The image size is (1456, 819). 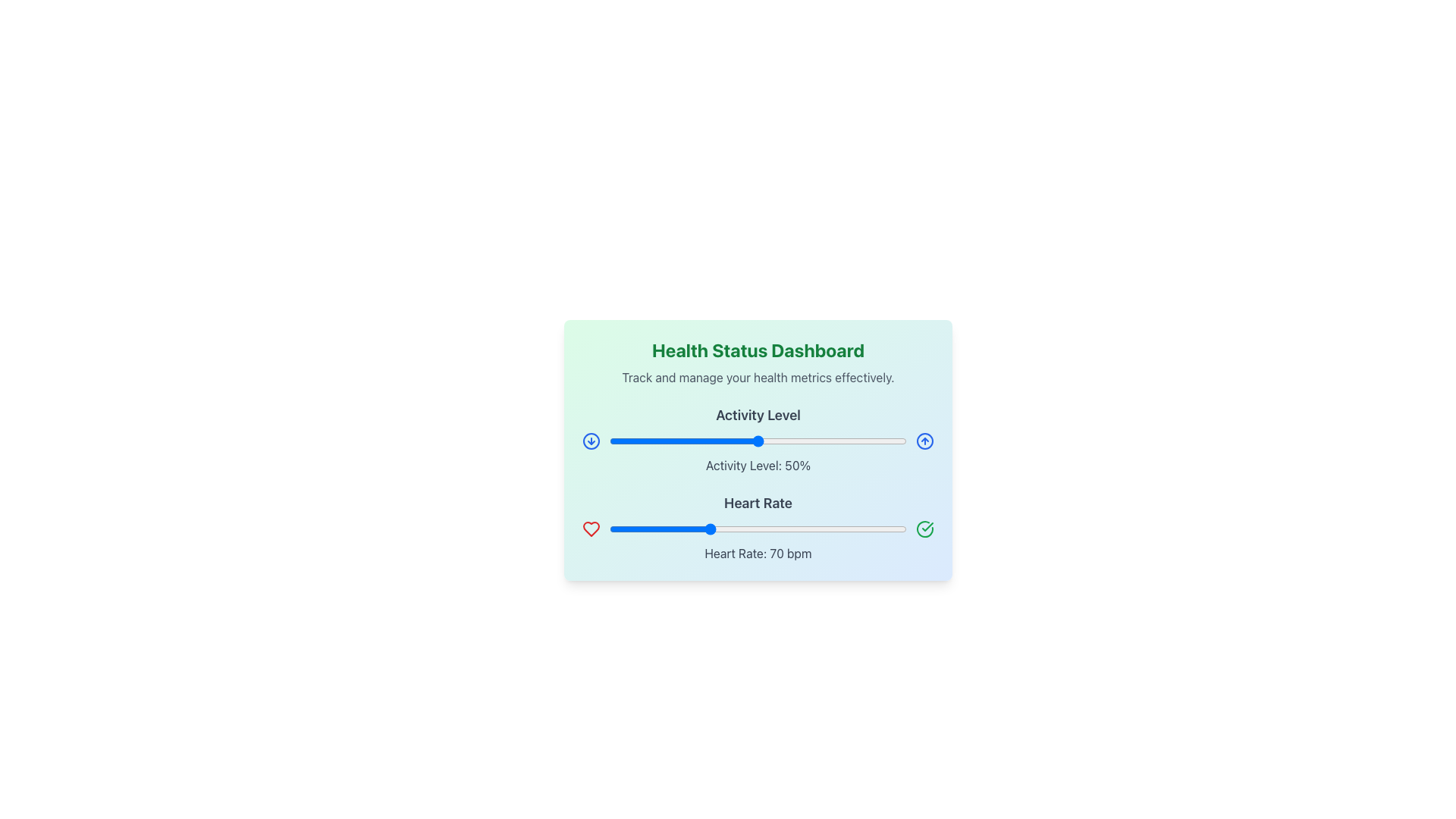 I want to click on the title header of the health metrics dashboard, which is positioned at the top of the card, to provide context to the user about the content below, so click(x=758, y=350).